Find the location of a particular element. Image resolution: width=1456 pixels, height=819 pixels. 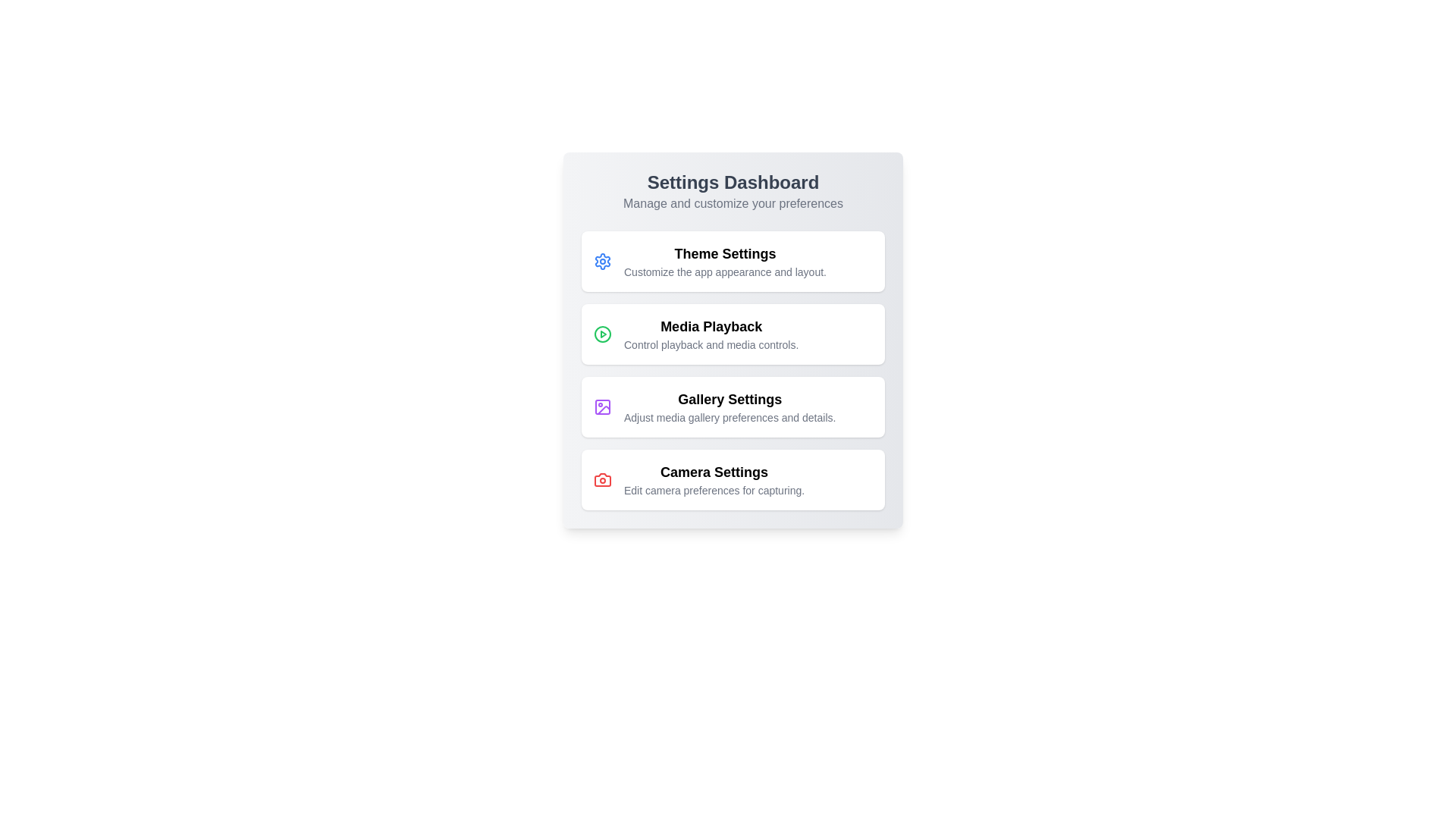

the static text label that reads 'Edit camera preferences for capturing.' located directly beneath the 'Camera Settings' title on the settings dashboard is located at coordinates (714, 491).